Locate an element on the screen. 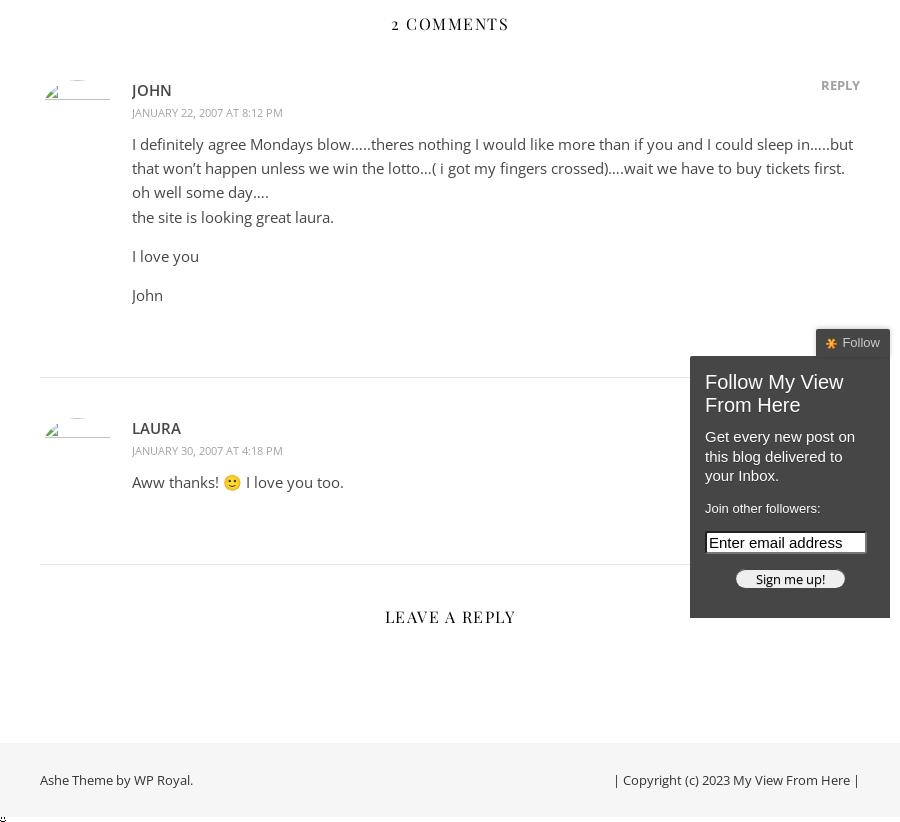 This screenshot has width=900, height=822. '.' is located at coordinates (191, 778).